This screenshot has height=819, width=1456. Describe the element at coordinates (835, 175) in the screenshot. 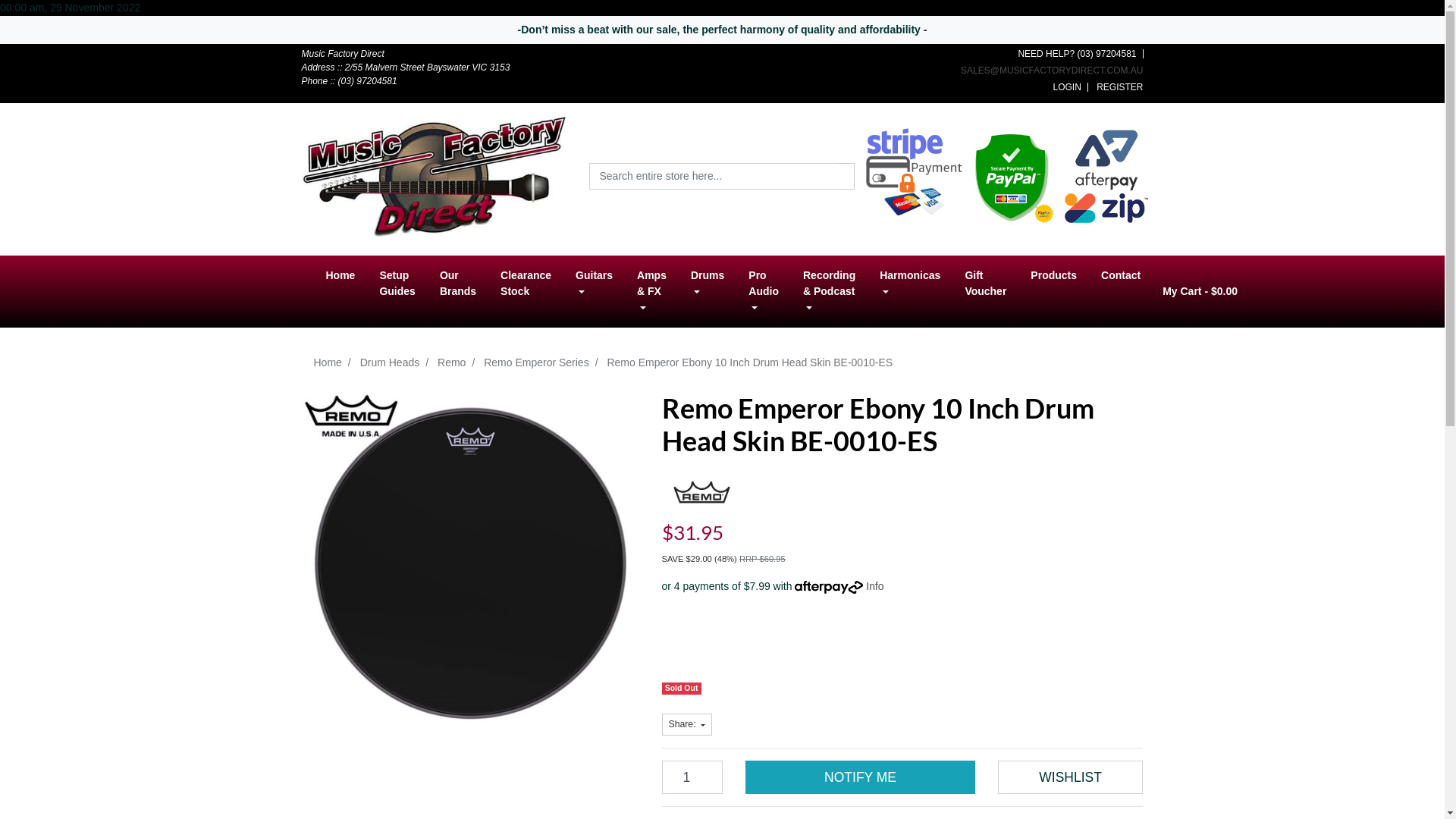

I see `'Search'` at that location.